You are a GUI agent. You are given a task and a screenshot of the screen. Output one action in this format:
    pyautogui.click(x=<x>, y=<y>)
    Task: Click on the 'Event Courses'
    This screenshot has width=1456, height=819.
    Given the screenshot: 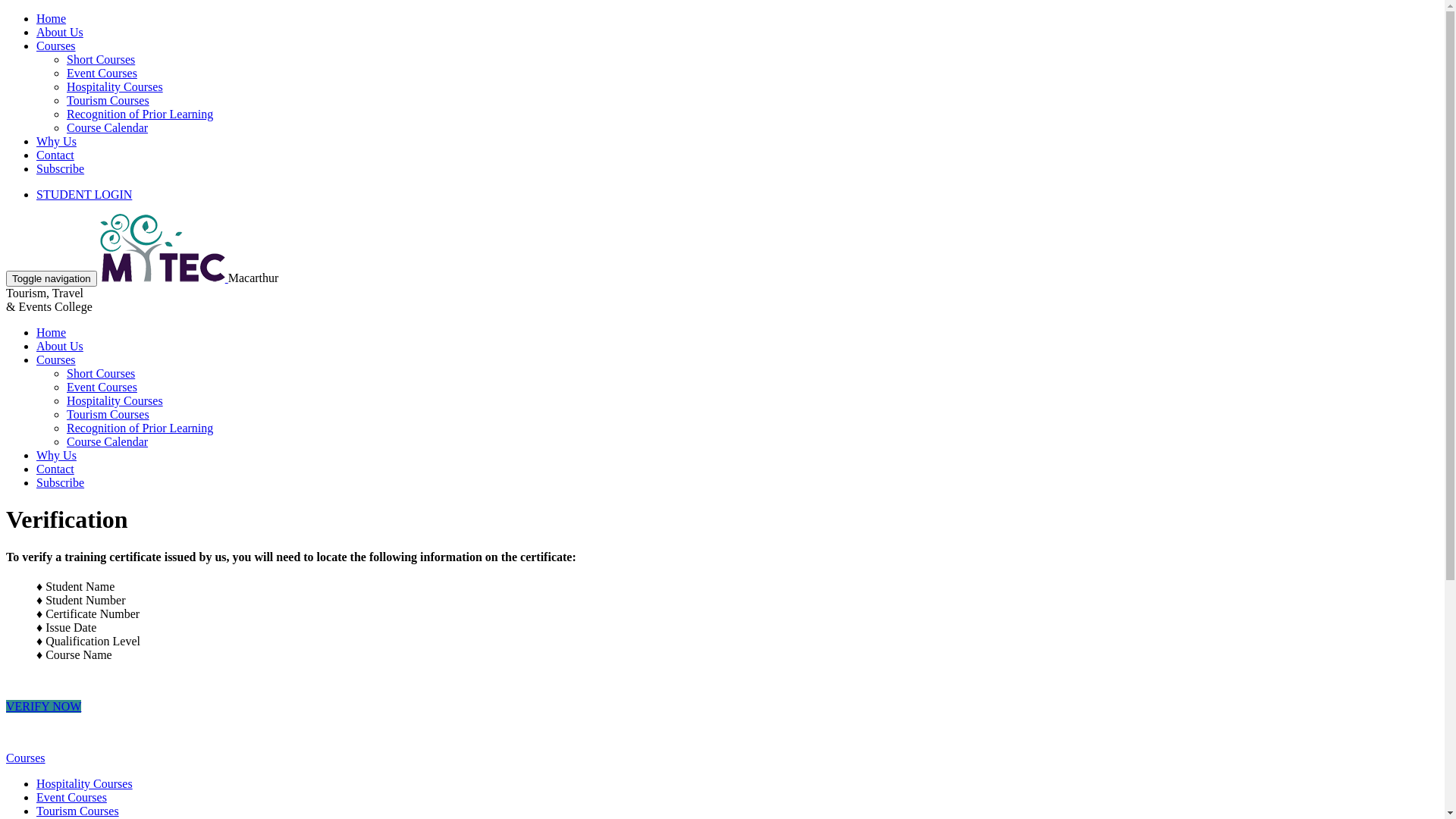 What is the action you would take?
    pyautogui.click(x=71, y=796)
    